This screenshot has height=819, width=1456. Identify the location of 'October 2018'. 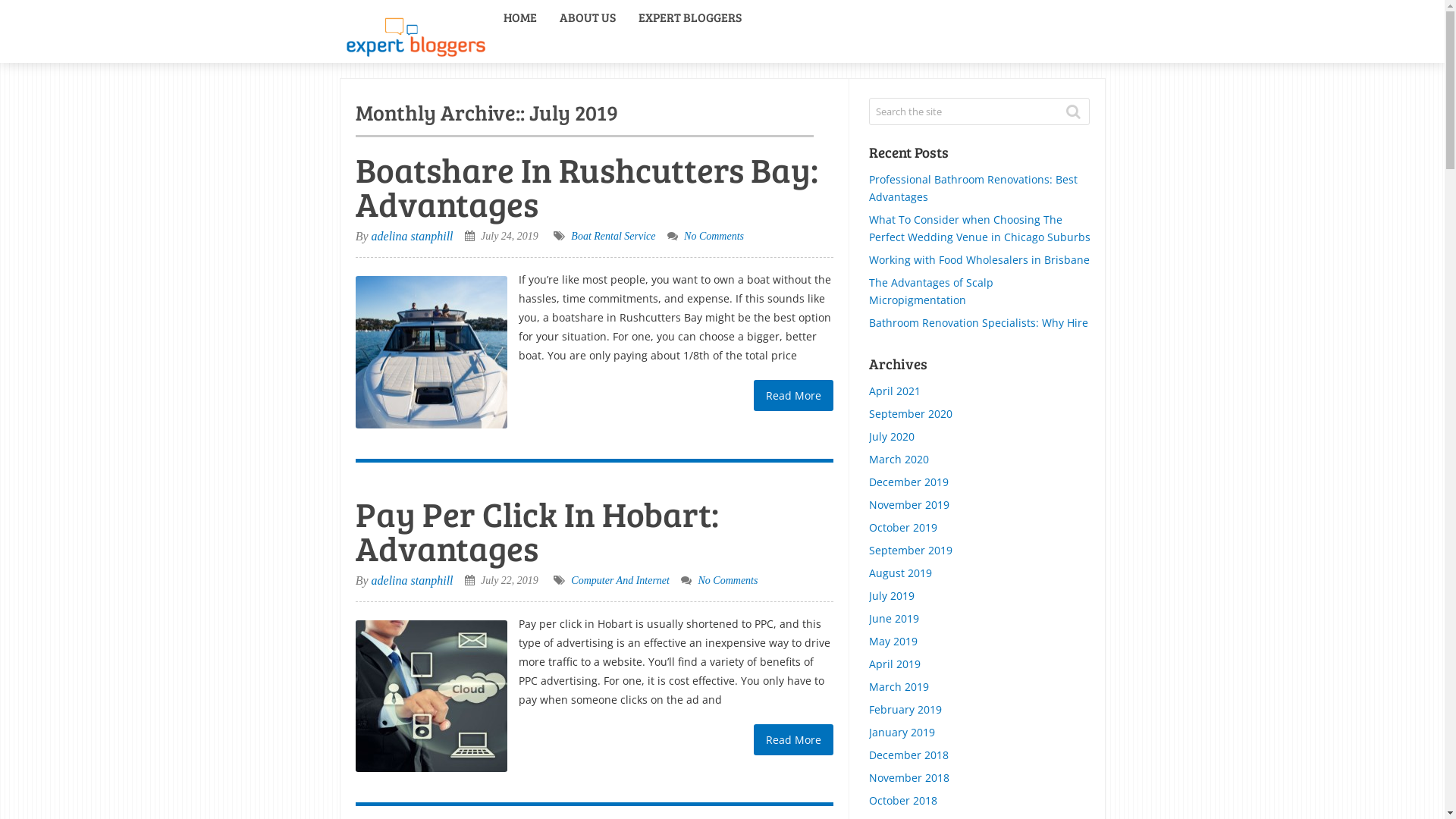
(902, 799).